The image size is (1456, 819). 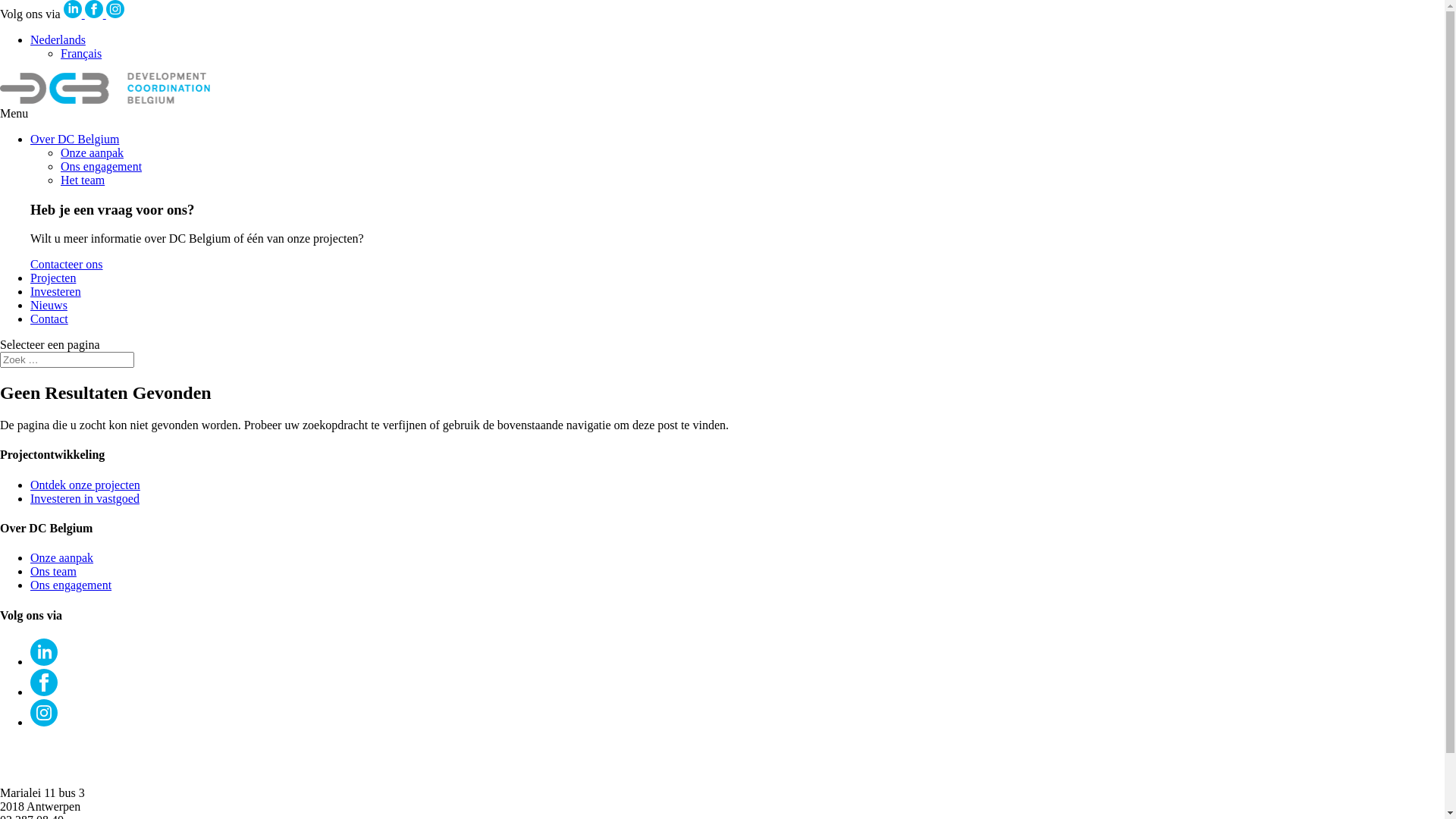 I want to click on 'Ontdek onze projecten', so click(x=30, y=485).